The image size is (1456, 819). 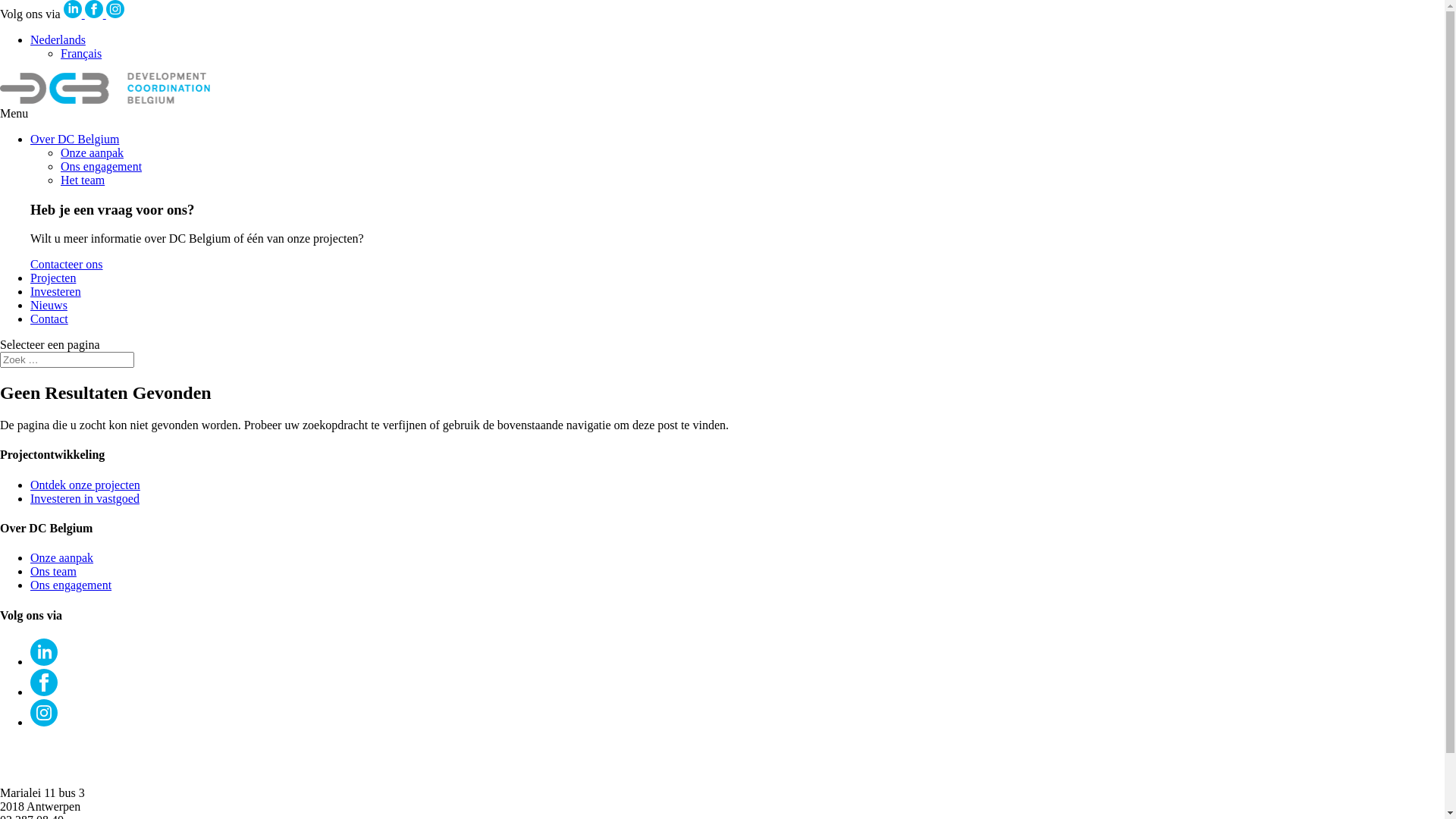 I want to click on 'Ontdek onze projecten', so click(x=30, y=485).